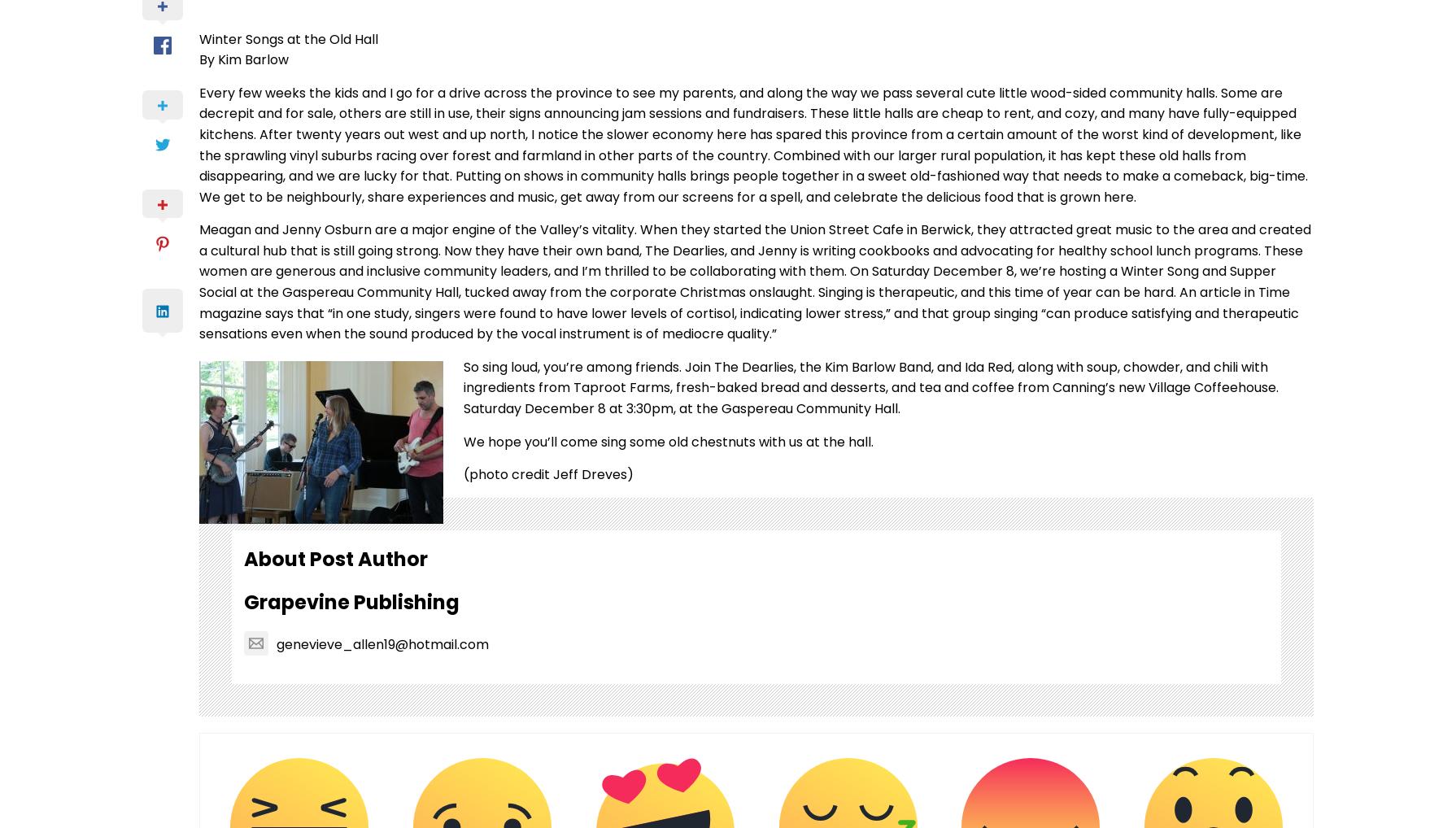 The width and height of the screenshot is (1456, 828). What do you see at coordinates (288, 37) in the screenshot?
I see `'Winter Songs at the Old Hall'` at bounding box center [288, 37].